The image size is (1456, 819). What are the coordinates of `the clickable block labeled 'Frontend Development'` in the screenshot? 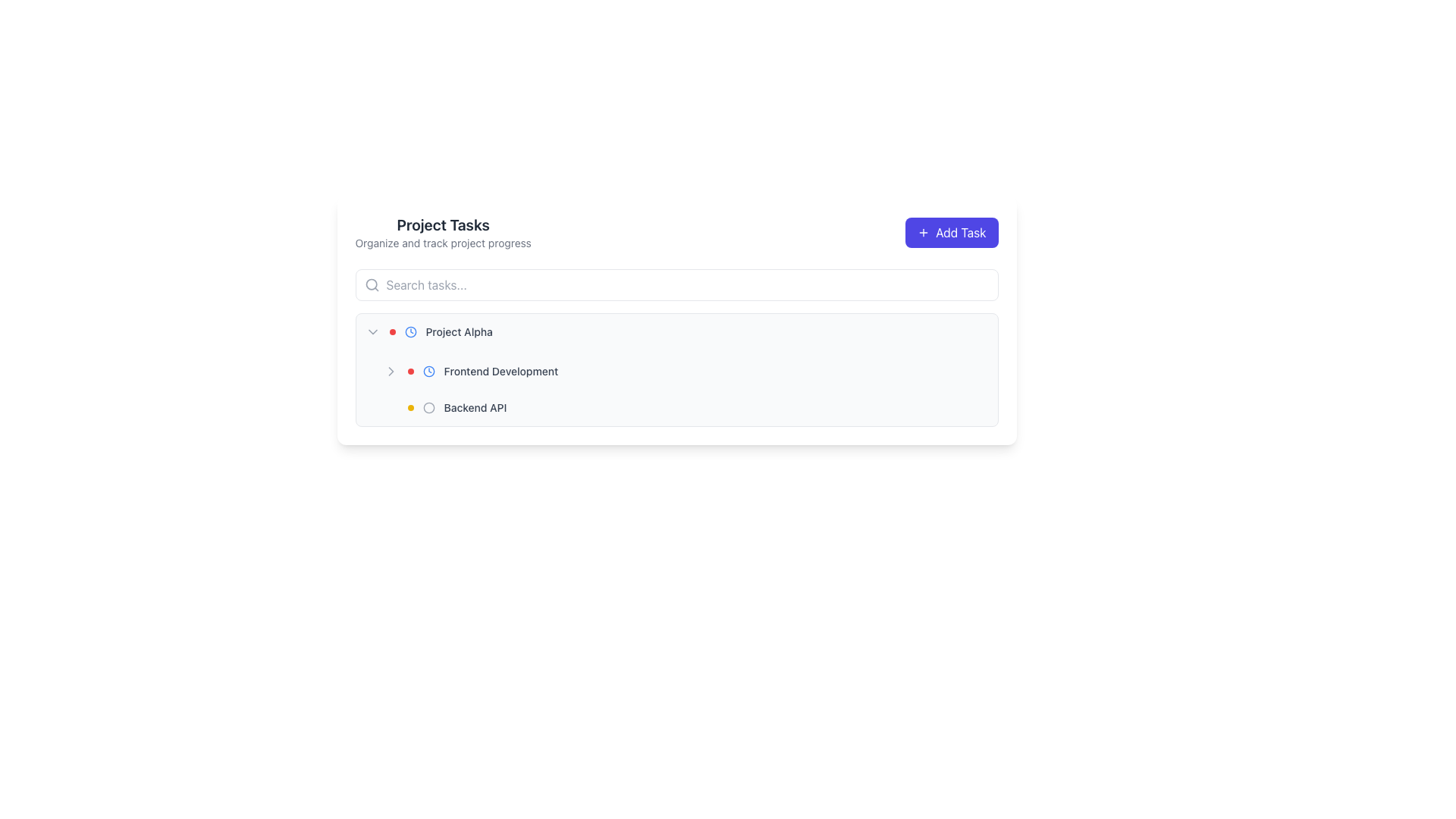 It's located at (685, 371).